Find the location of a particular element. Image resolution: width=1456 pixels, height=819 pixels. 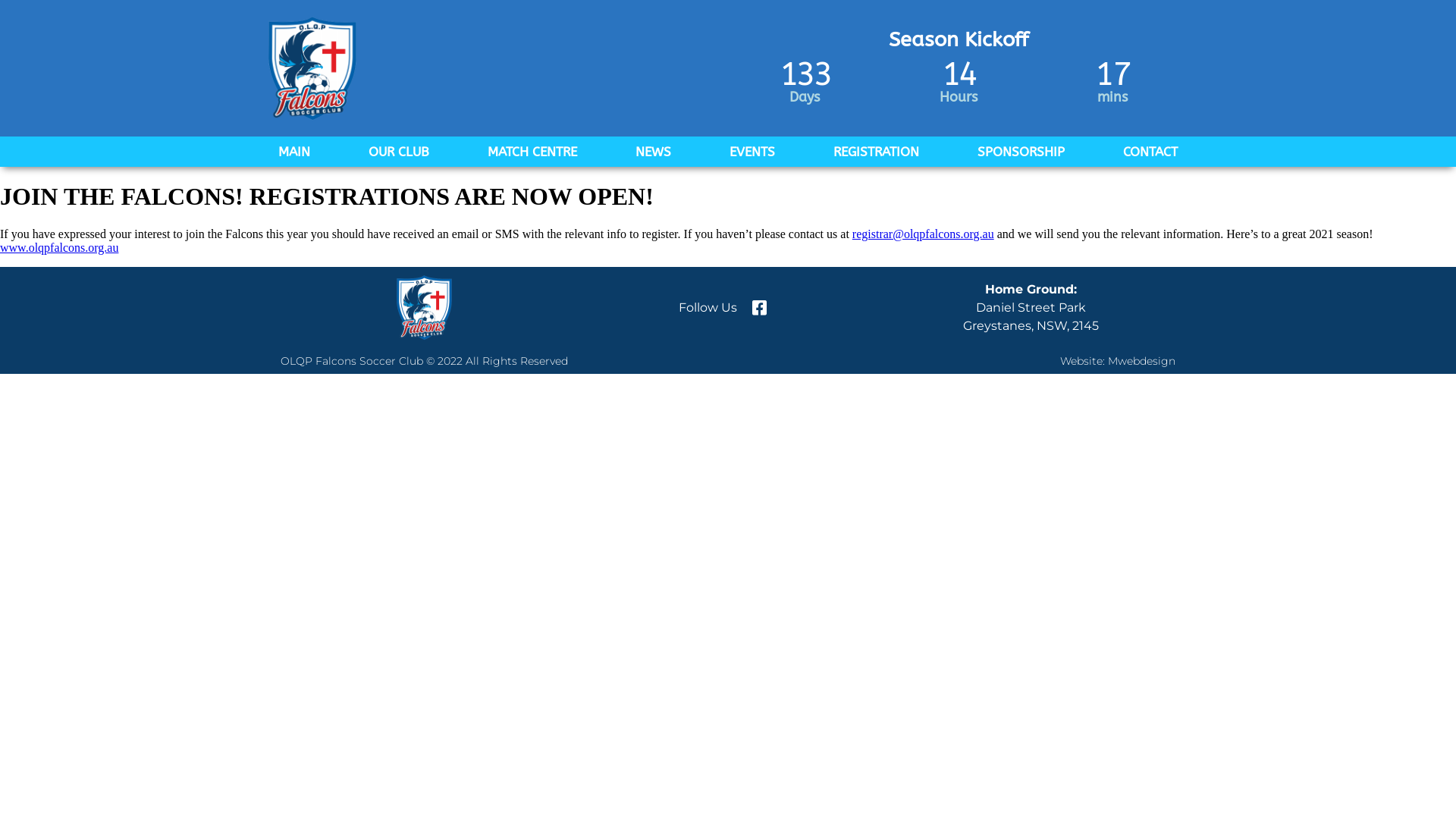

'Logo-Shield-1' is located at coordinates (266, 67).